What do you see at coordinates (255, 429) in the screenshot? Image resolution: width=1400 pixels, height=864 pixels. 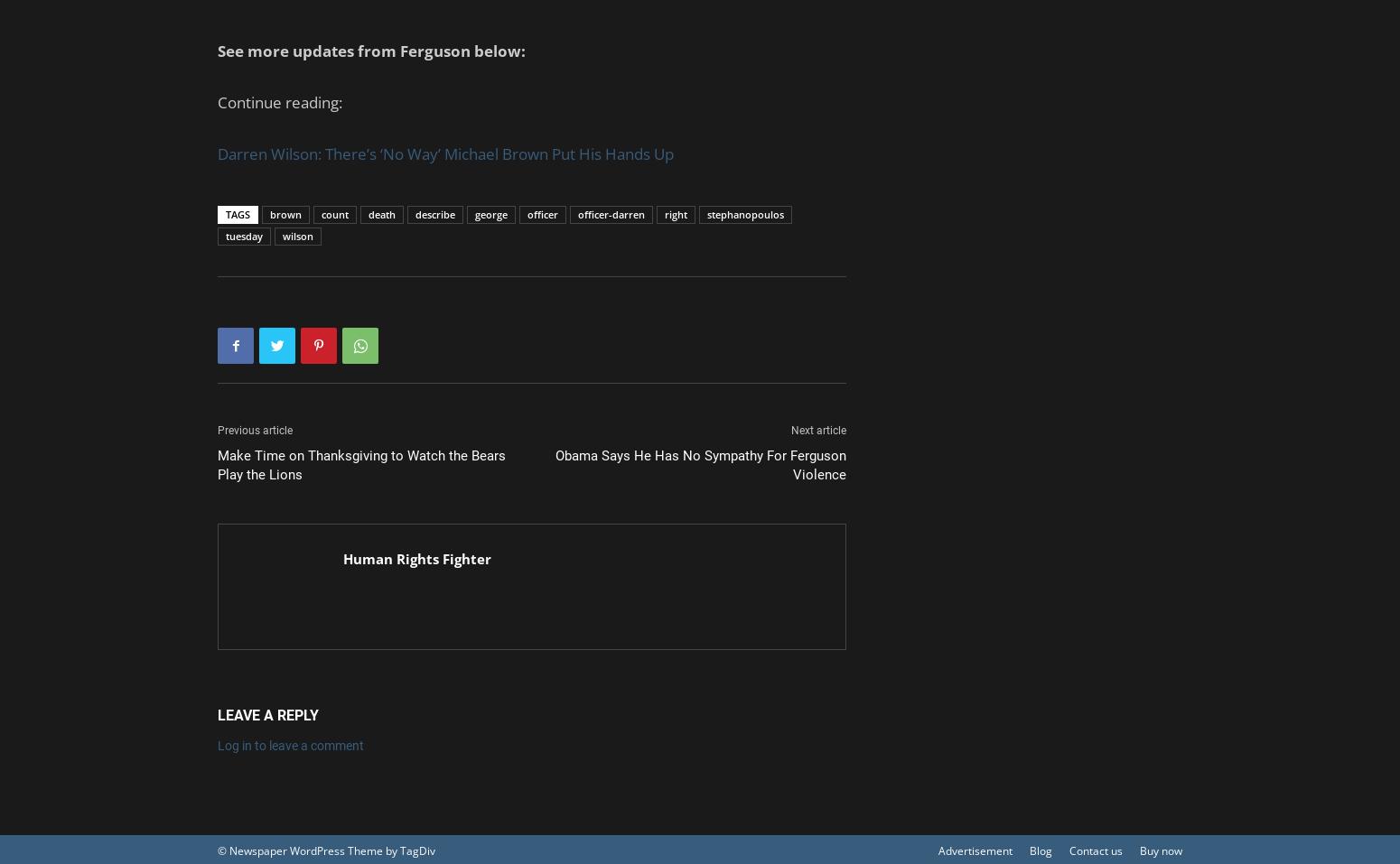 I see `'Previous article'` at bounding box center [255, 429].